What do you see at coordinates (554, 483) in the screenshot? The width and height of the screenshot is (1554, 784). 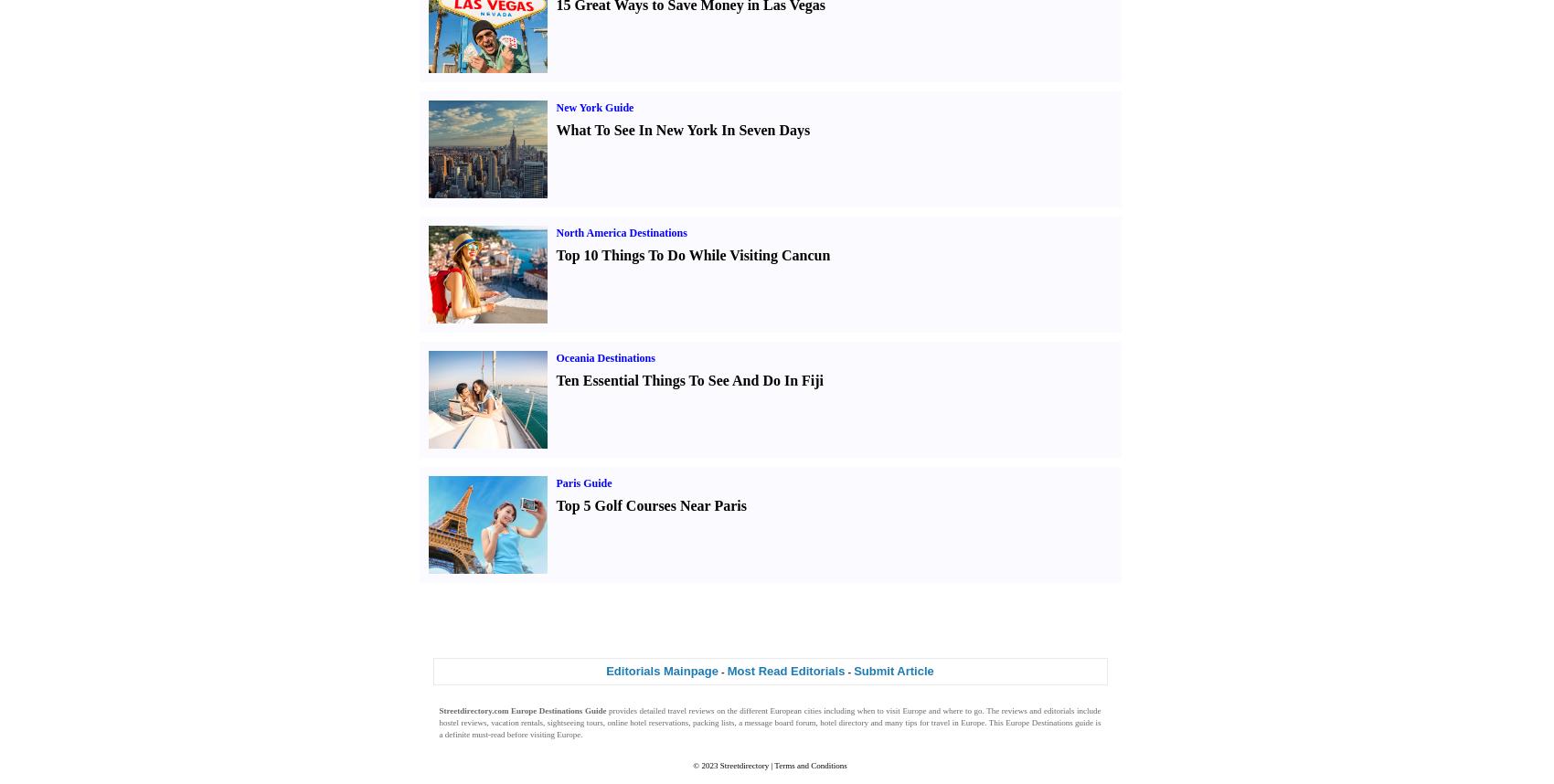 I see `'Paris Guide'` at bounding box center [554, 483].